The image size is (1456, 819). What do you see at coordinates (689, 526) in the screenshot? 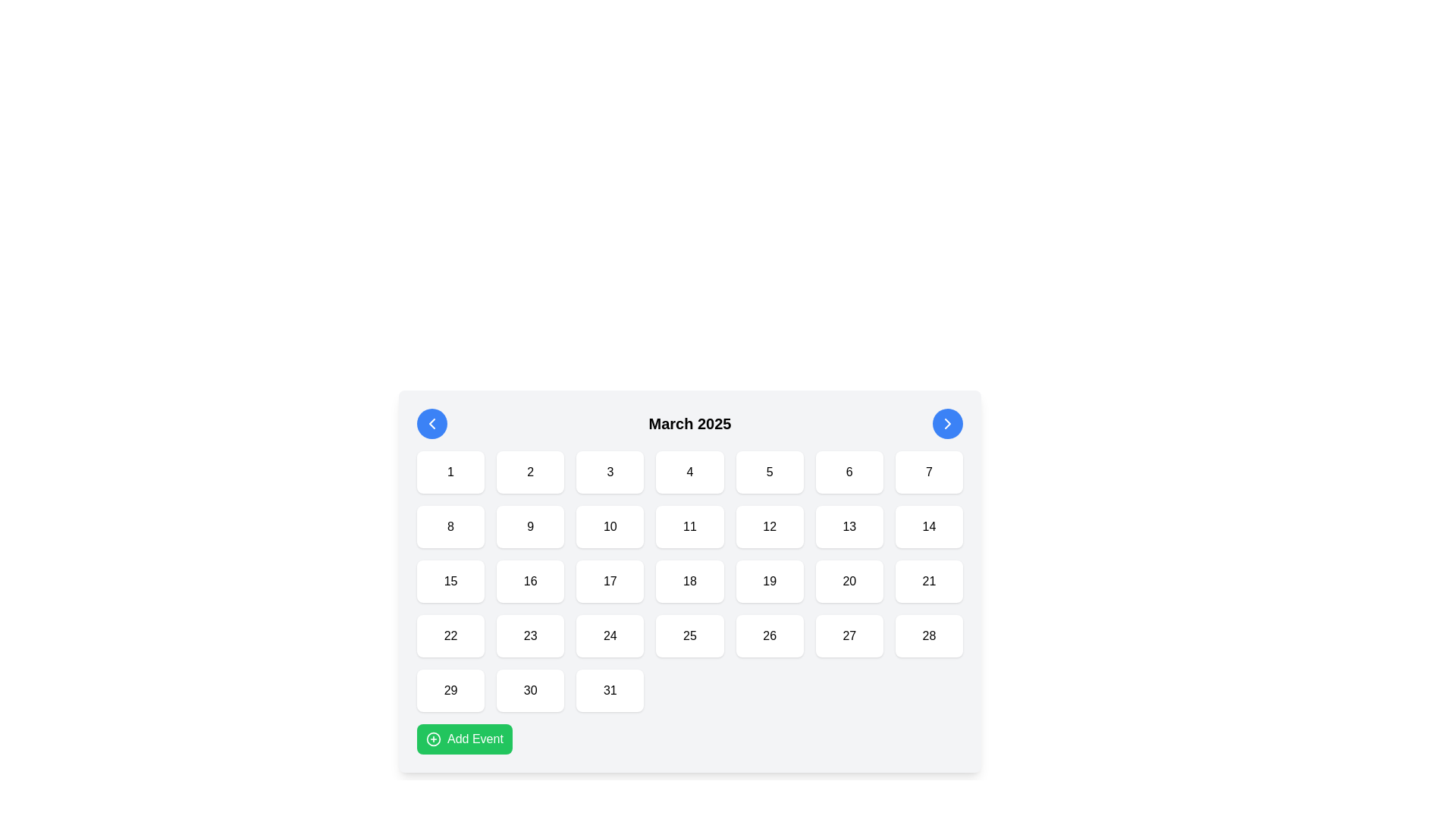
I see `the display element showing the number '11' in the second row and fourth column of the calendar grid for March 2025` at bounding box center [689, 526].